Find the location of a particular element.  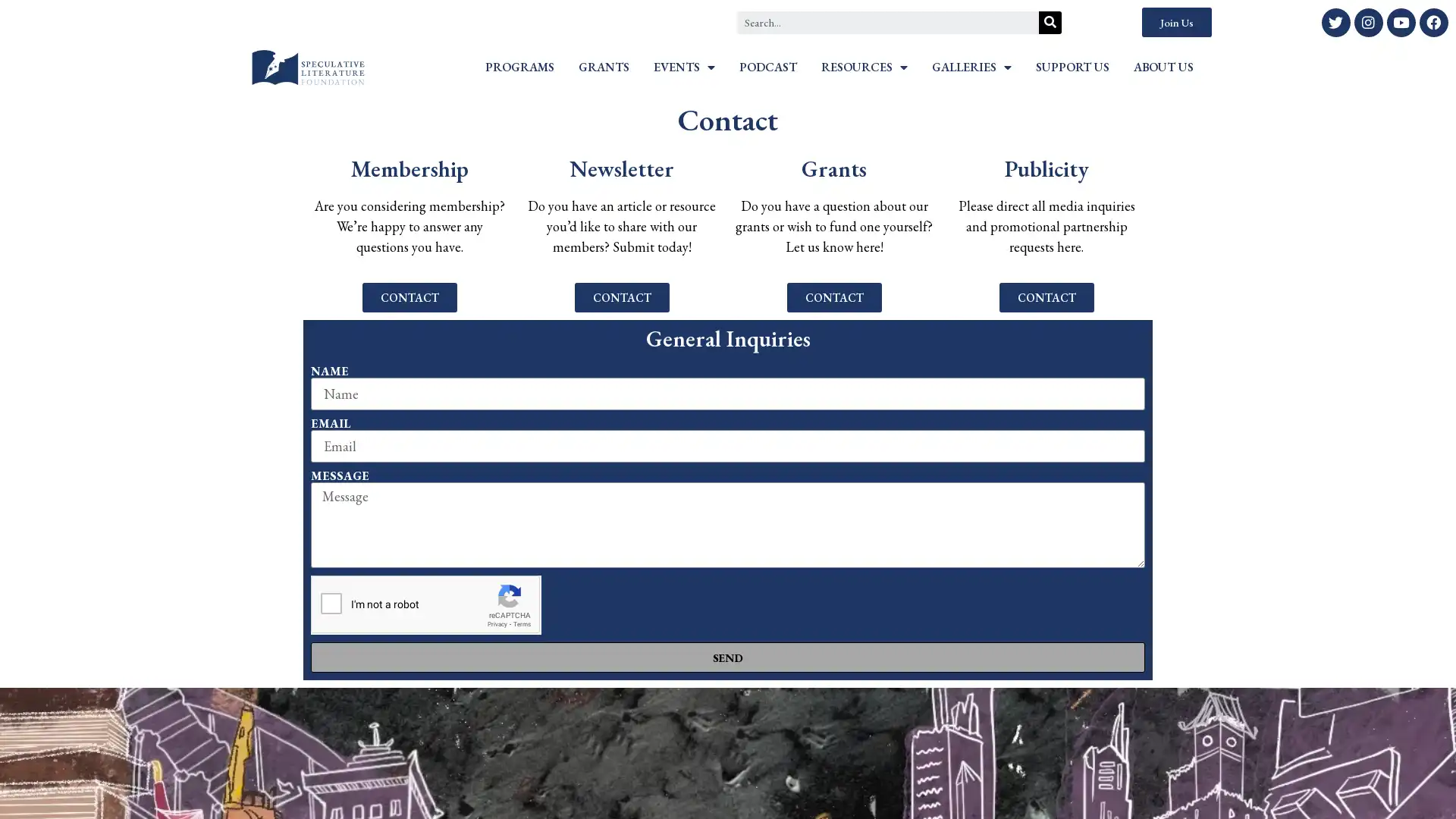

SEND is located at coordinates (728, 657).